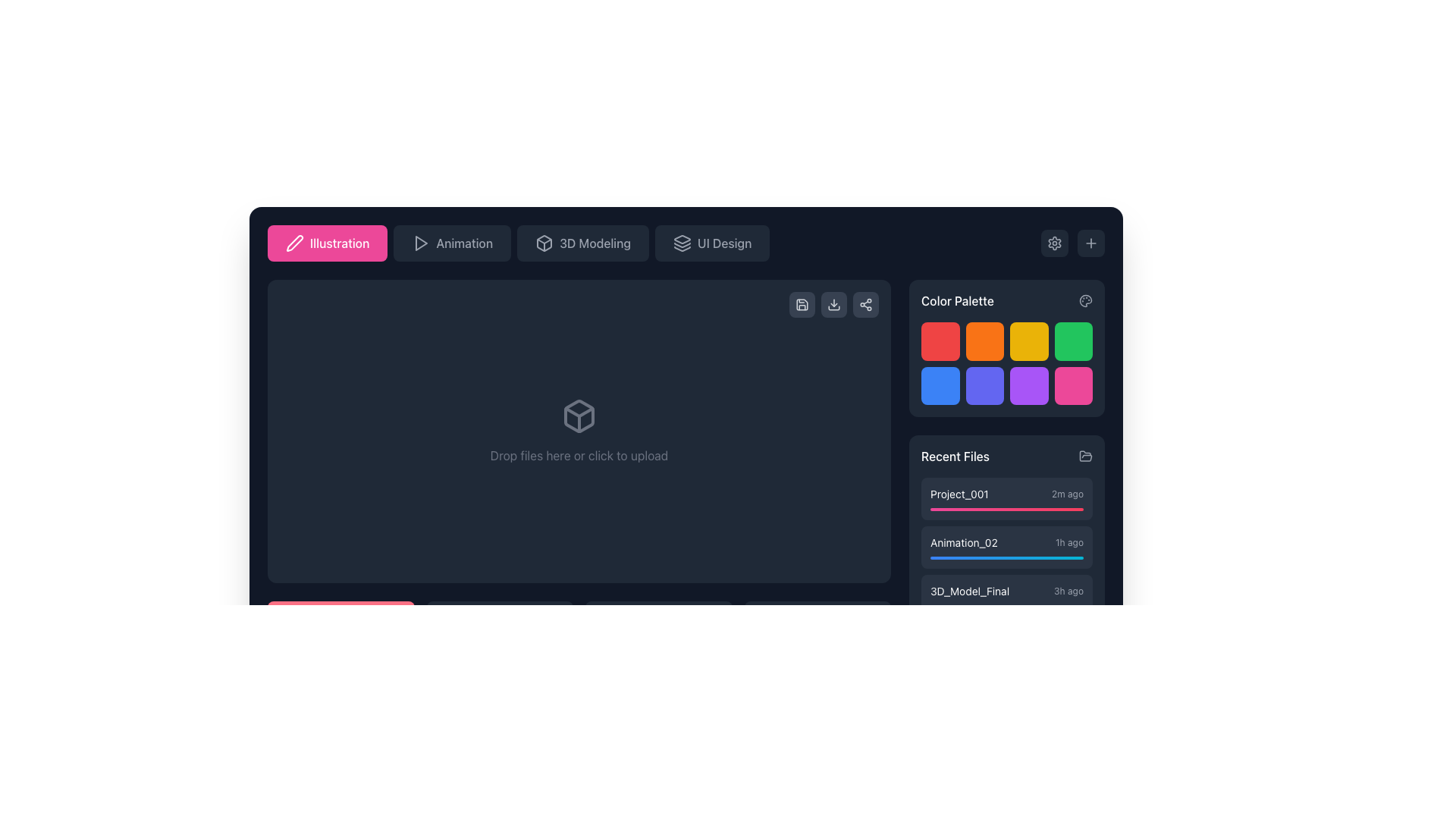  Describe the element at coordinates (658, 637) in the screenshot. I see `the 'Select' button, which is the third button in a set of four horizontally arranged buttons at the bottom of the interface` at that location.